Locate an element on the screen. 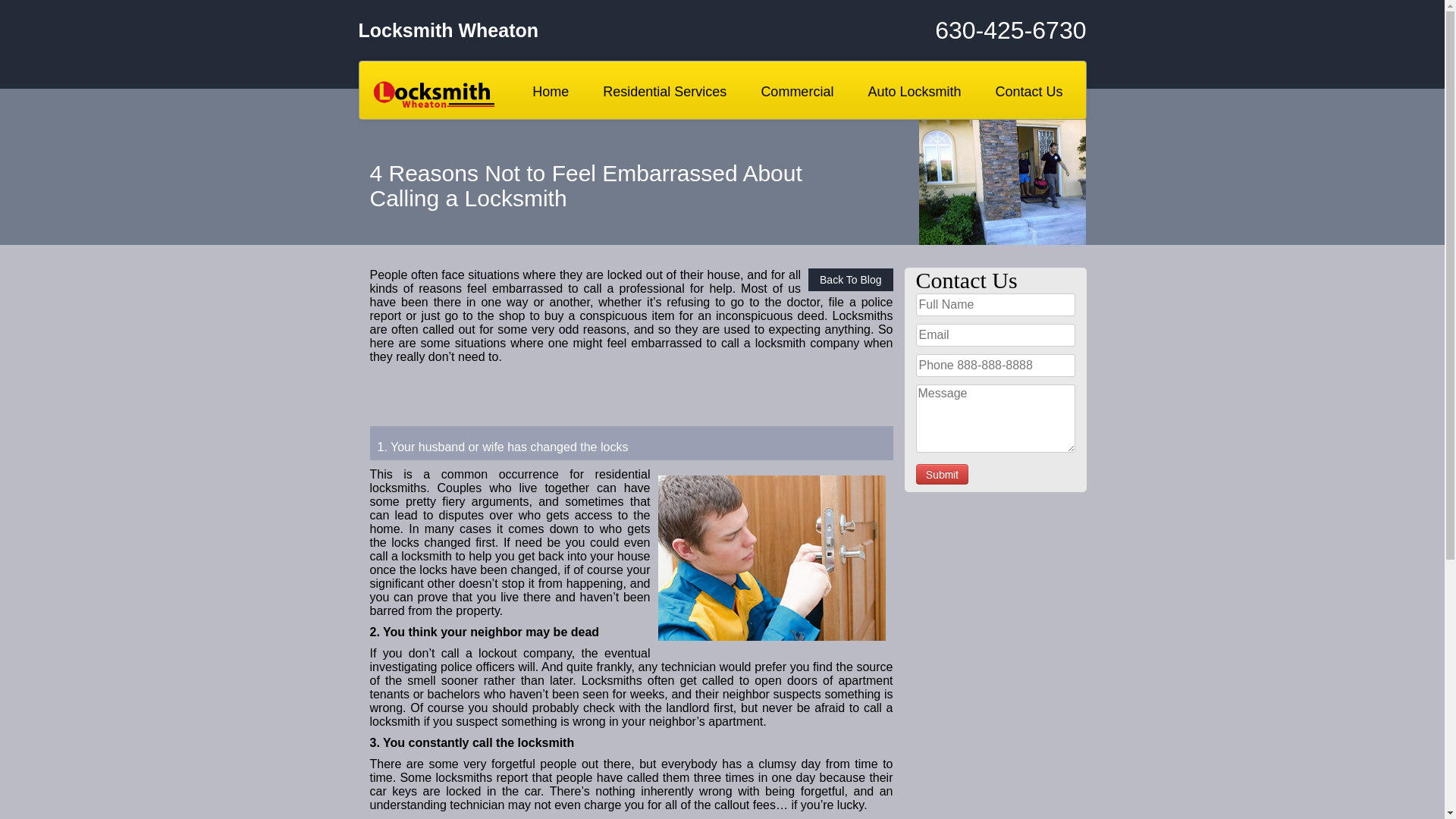  'Residential Services' is located at coordinates (664, 91).